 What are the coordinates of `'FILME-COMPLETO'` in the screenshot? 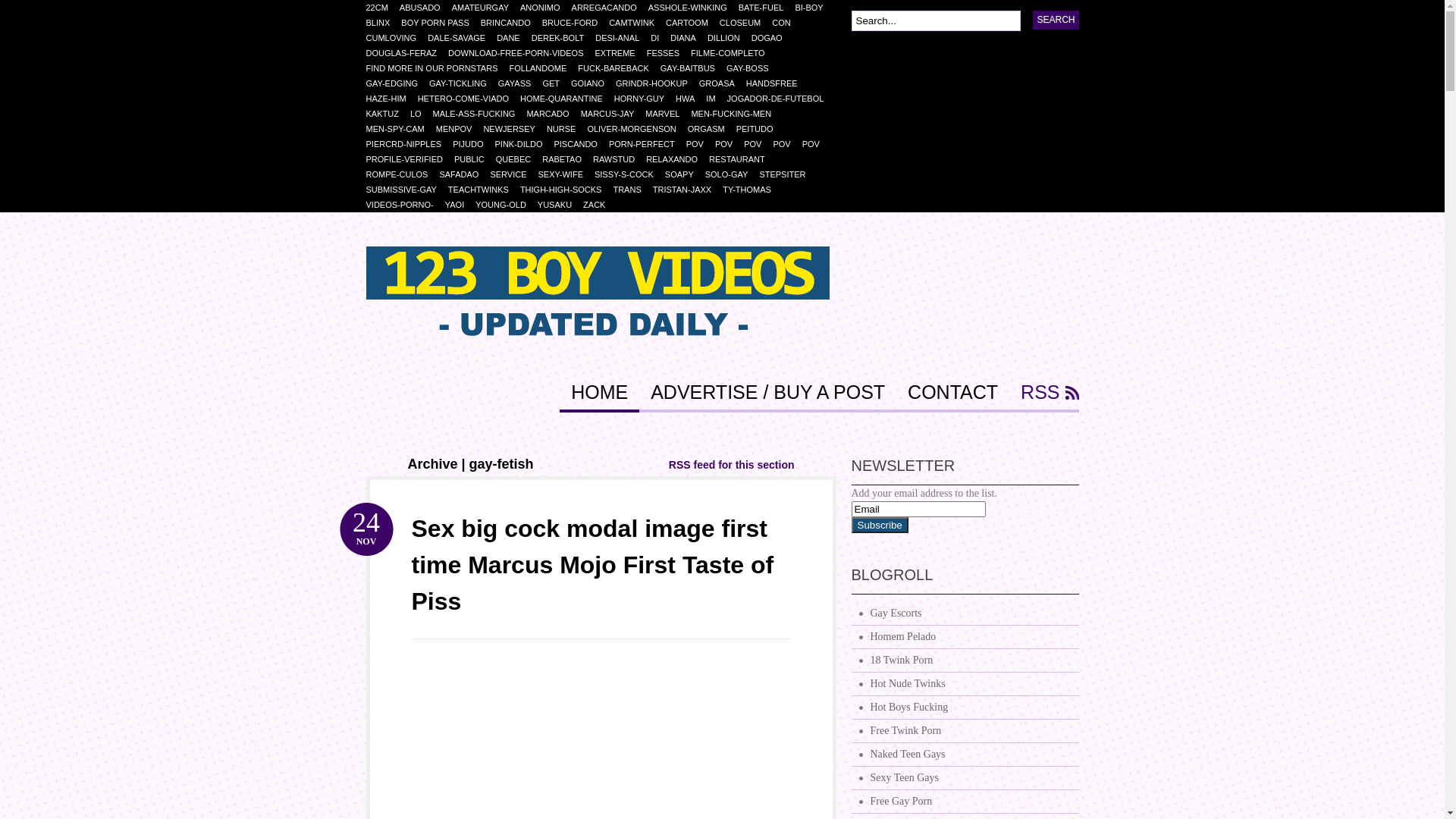 It's located at (690, 52).